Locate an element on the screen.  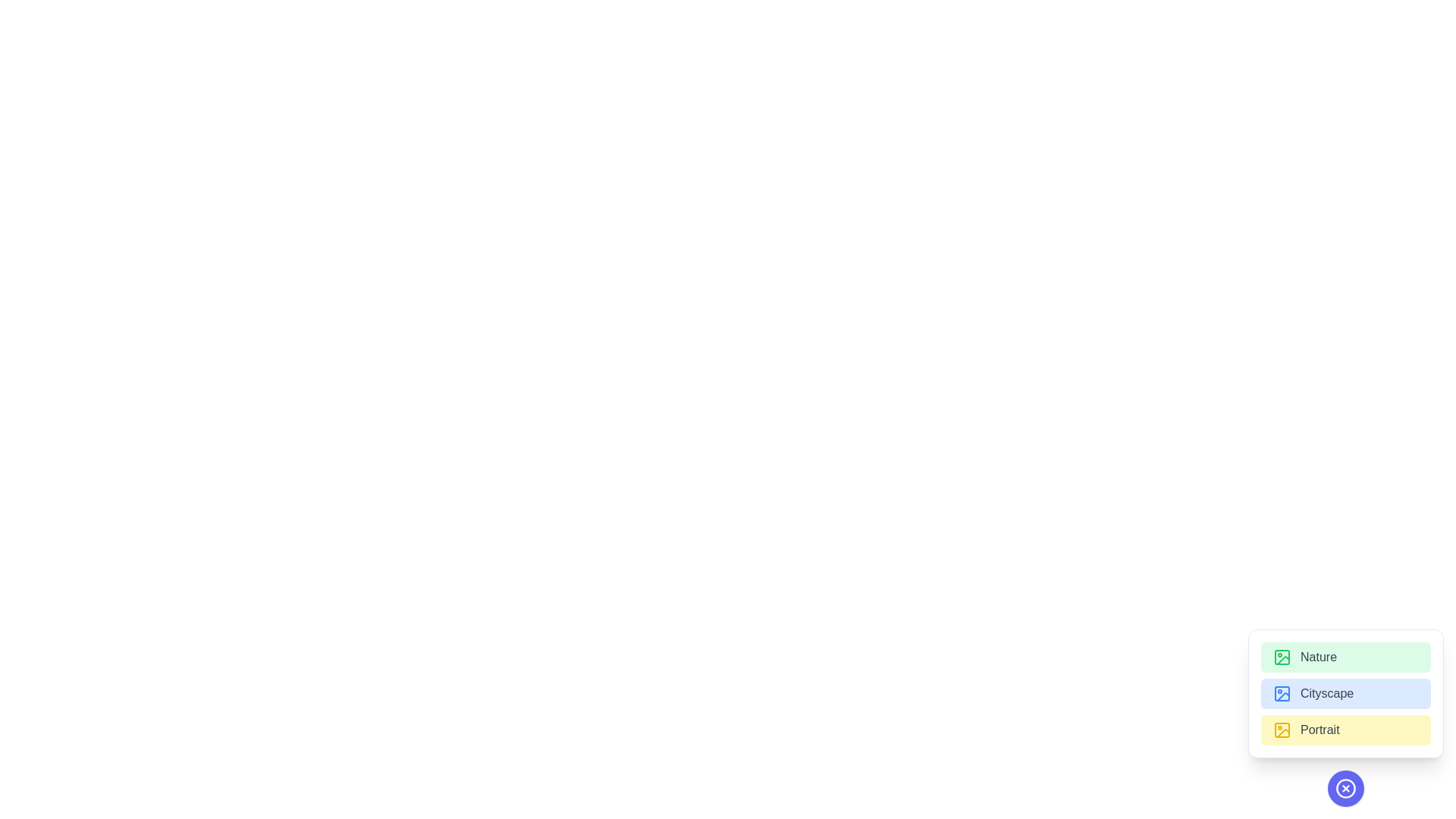
toggle button to open or close the menu is located at coordinates (1346, 788).